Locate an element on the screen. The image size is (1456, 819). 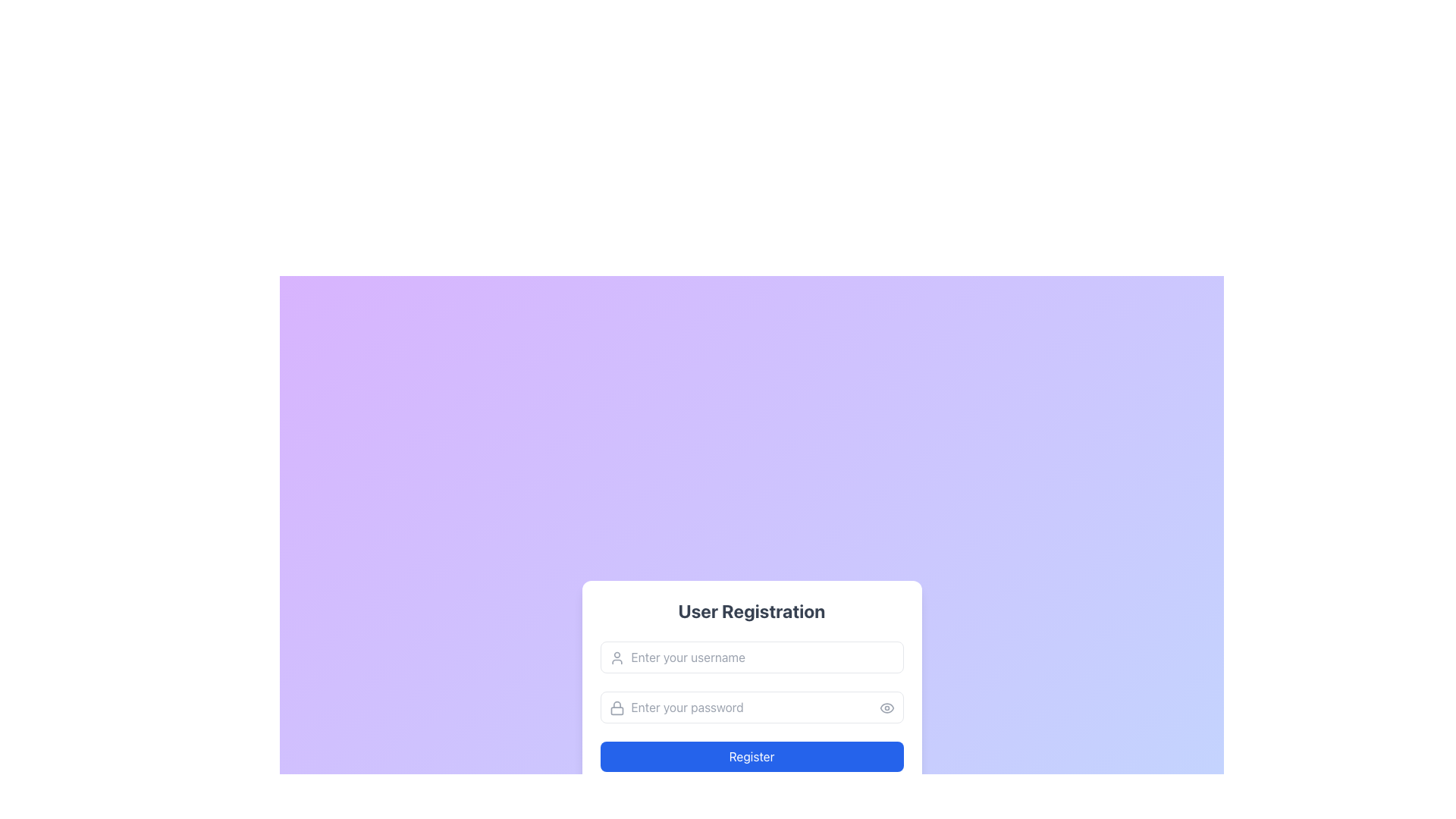
the Decorative SVG rectangle that is part of the lock graphic, located to the left of the password input field on the user registration form is located at coordinates (617, 711).